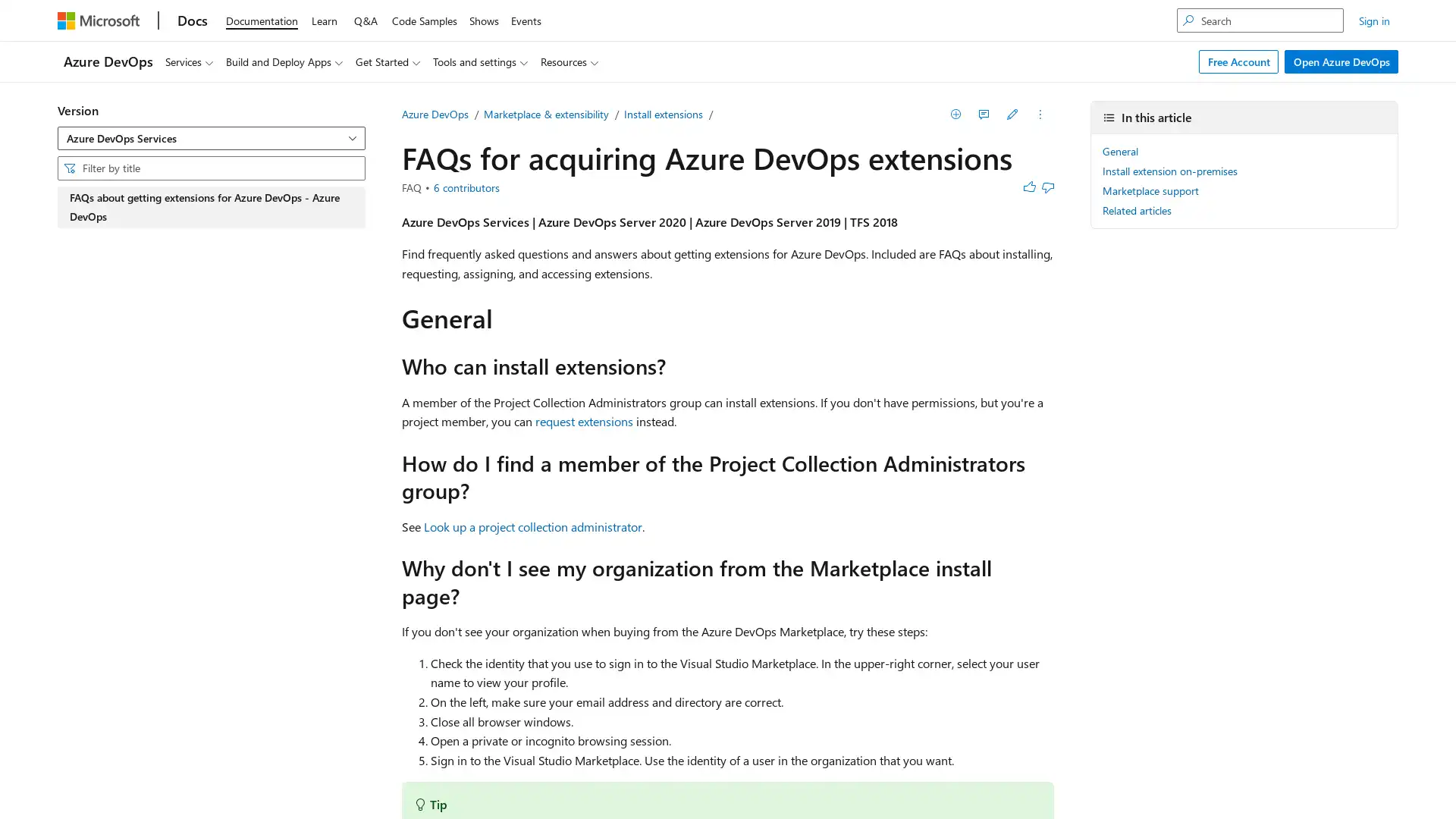  What do you see at coordinates (569, 61) in the screenshot?
I see `Resources` at bounding box center [569, 61].